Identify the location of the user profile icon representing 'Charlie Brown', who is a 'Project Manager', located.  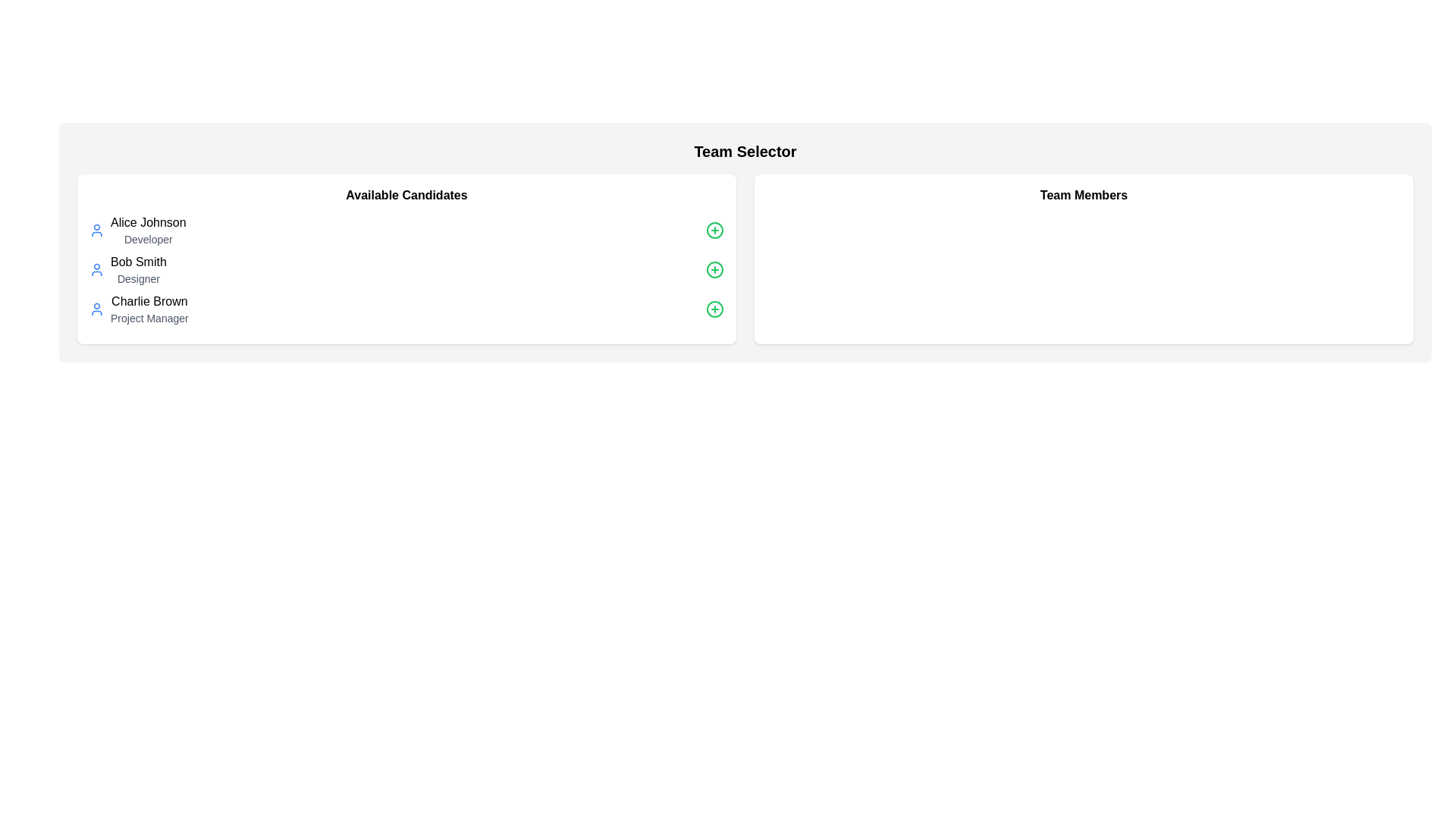
(96, 309).